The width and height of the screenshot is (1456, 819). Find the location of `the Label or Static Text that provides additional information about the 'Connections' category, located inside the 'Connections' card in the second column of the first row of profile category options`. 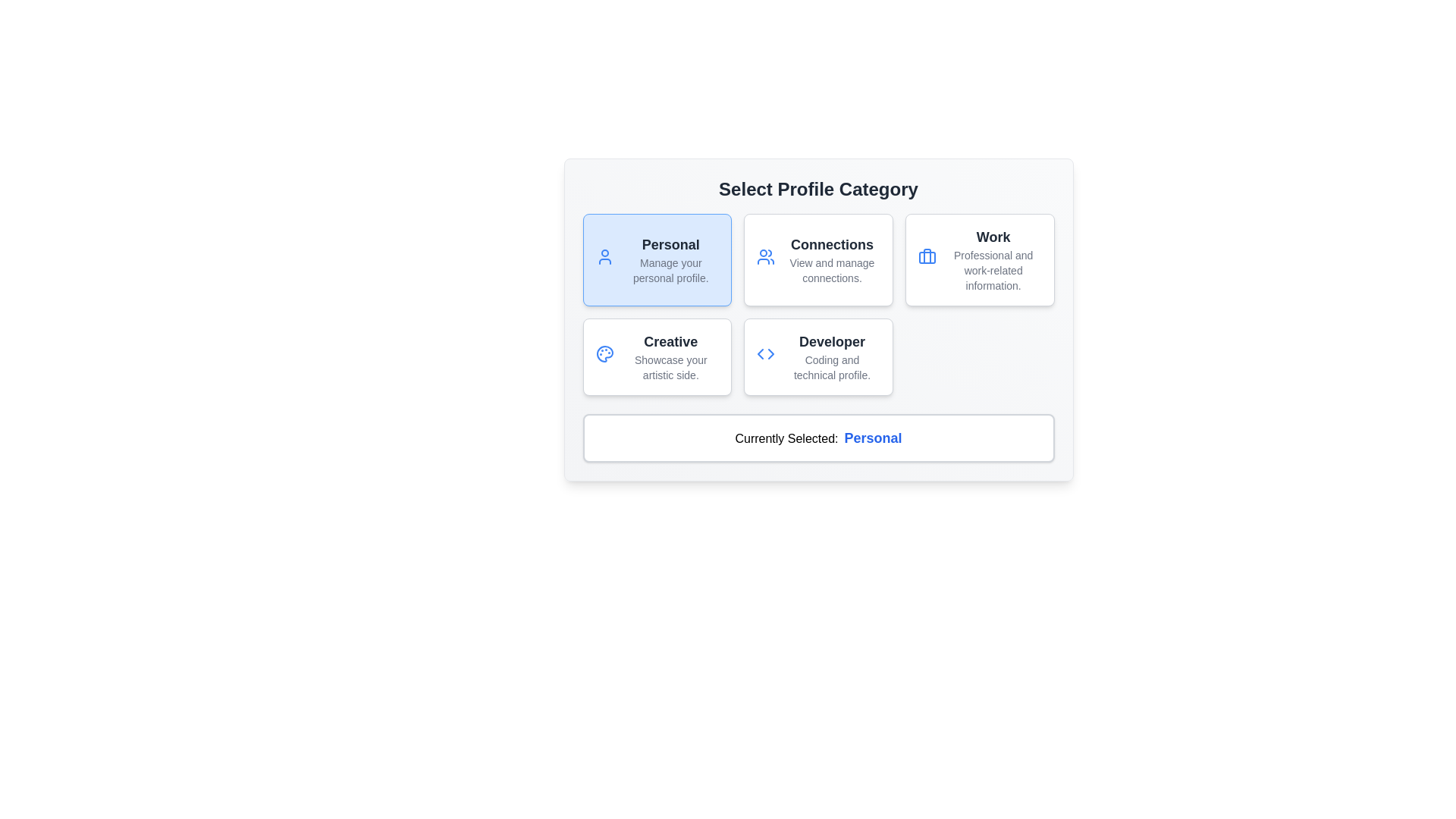

the Label or Static Text that provides additional information about the 'Connections' category, located inside the 'Connections' card in the second column of the first row of profile category options is located at coordinates (831, 270).